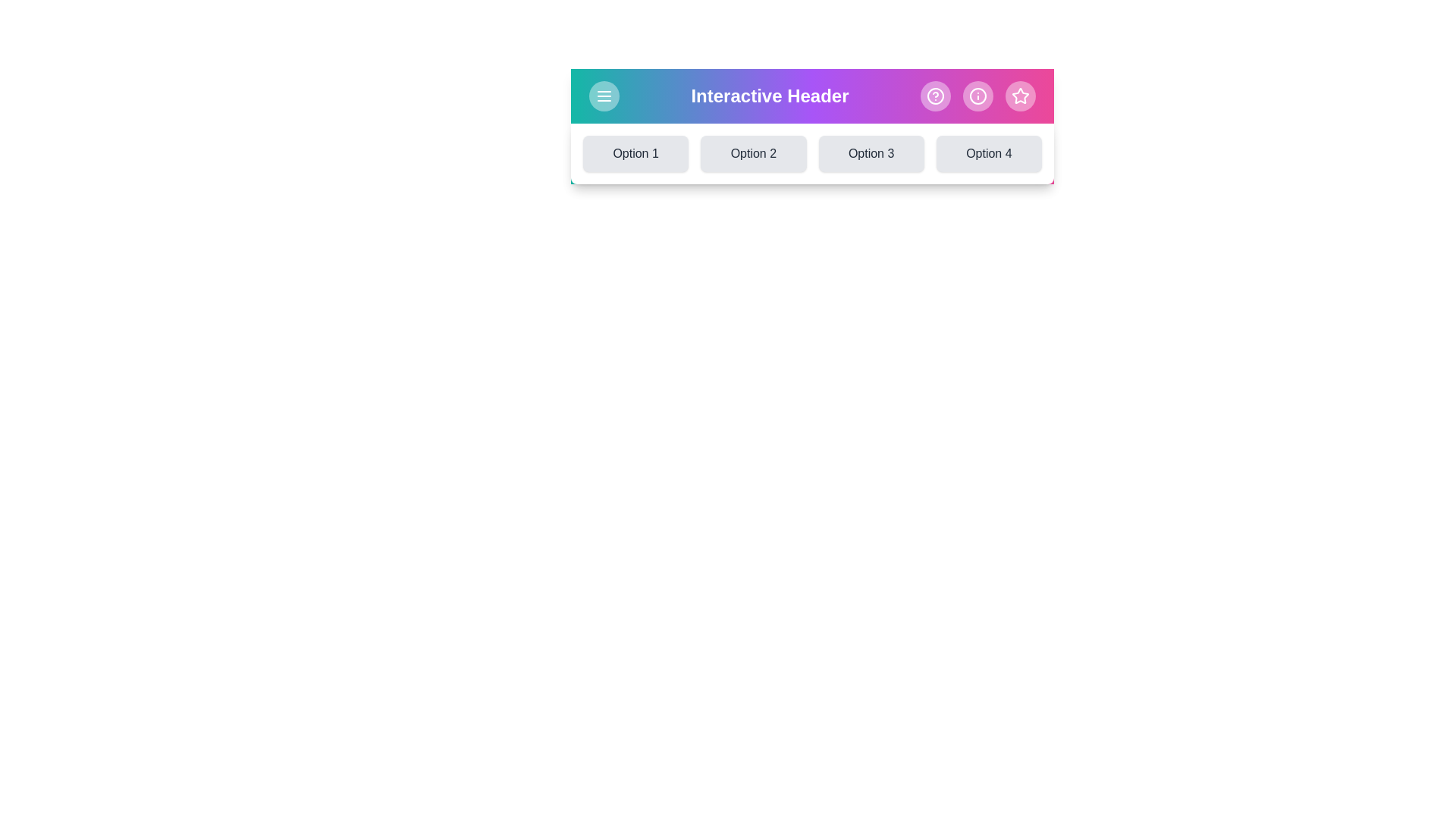 The image size is (1456, 819). Describe the element at coordinates (934, 96) in the screenshot. I see `the Help icon located in the navigation bar` at that location.